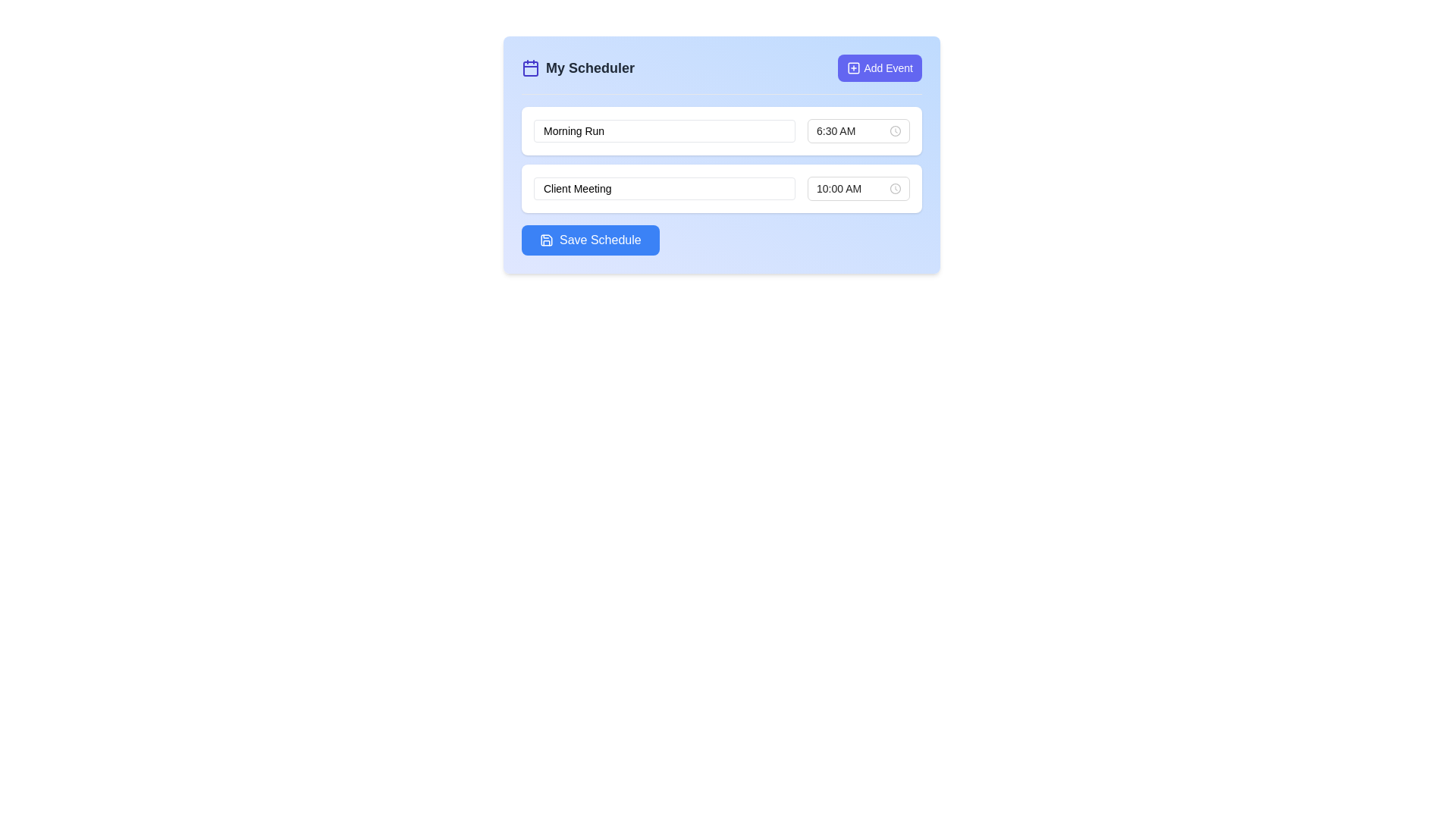  Describe the element at coordinates (854, 67) in the screenshot. I see `the SVG rectangle on the blue 'Add Event' button located at the top-right corner of the scheduler interface` at that location.